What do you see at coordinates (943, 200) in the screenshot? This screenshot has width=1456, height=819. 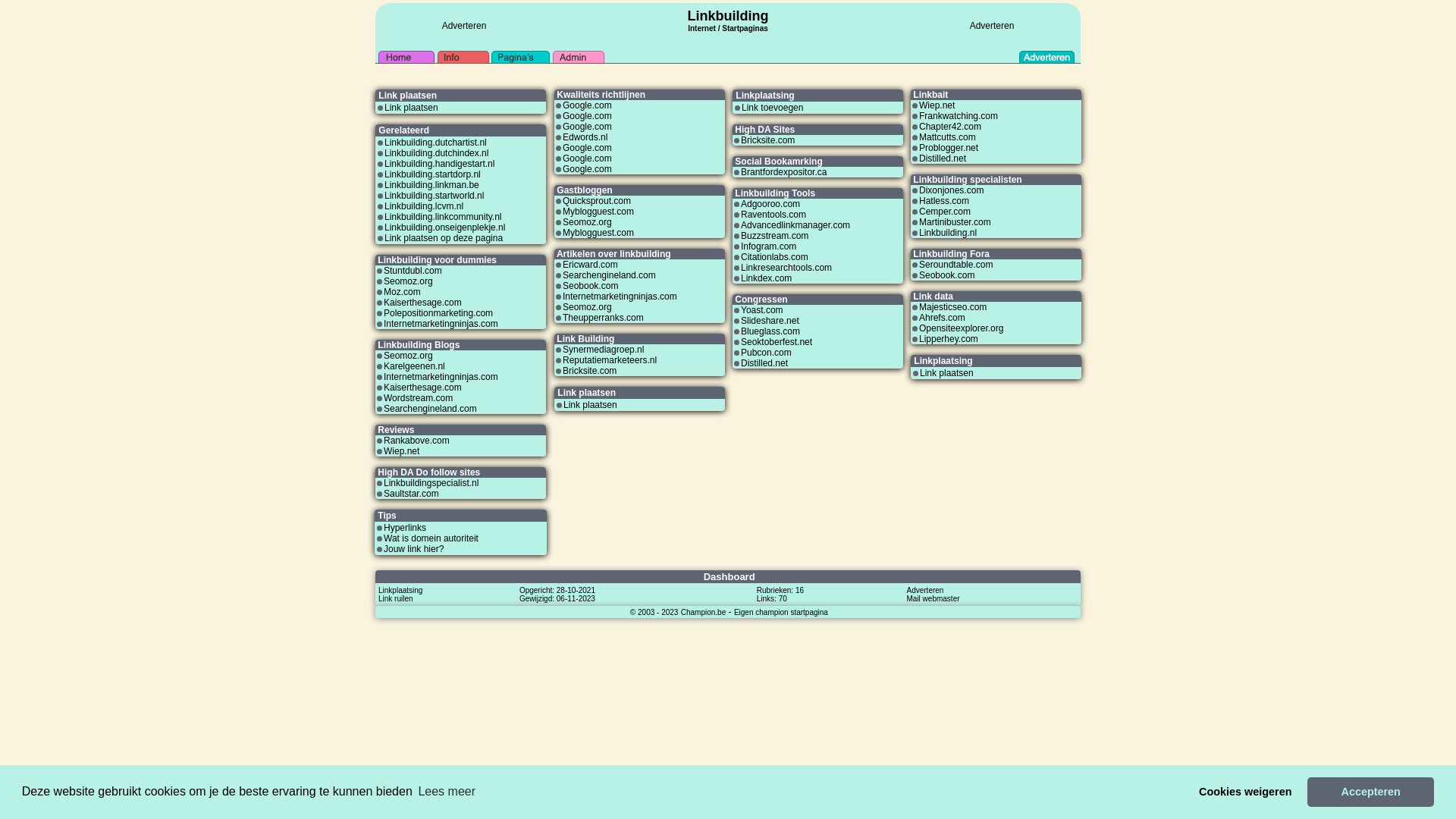 I see `'Hatless.com'` at bounding box center [943, 200].